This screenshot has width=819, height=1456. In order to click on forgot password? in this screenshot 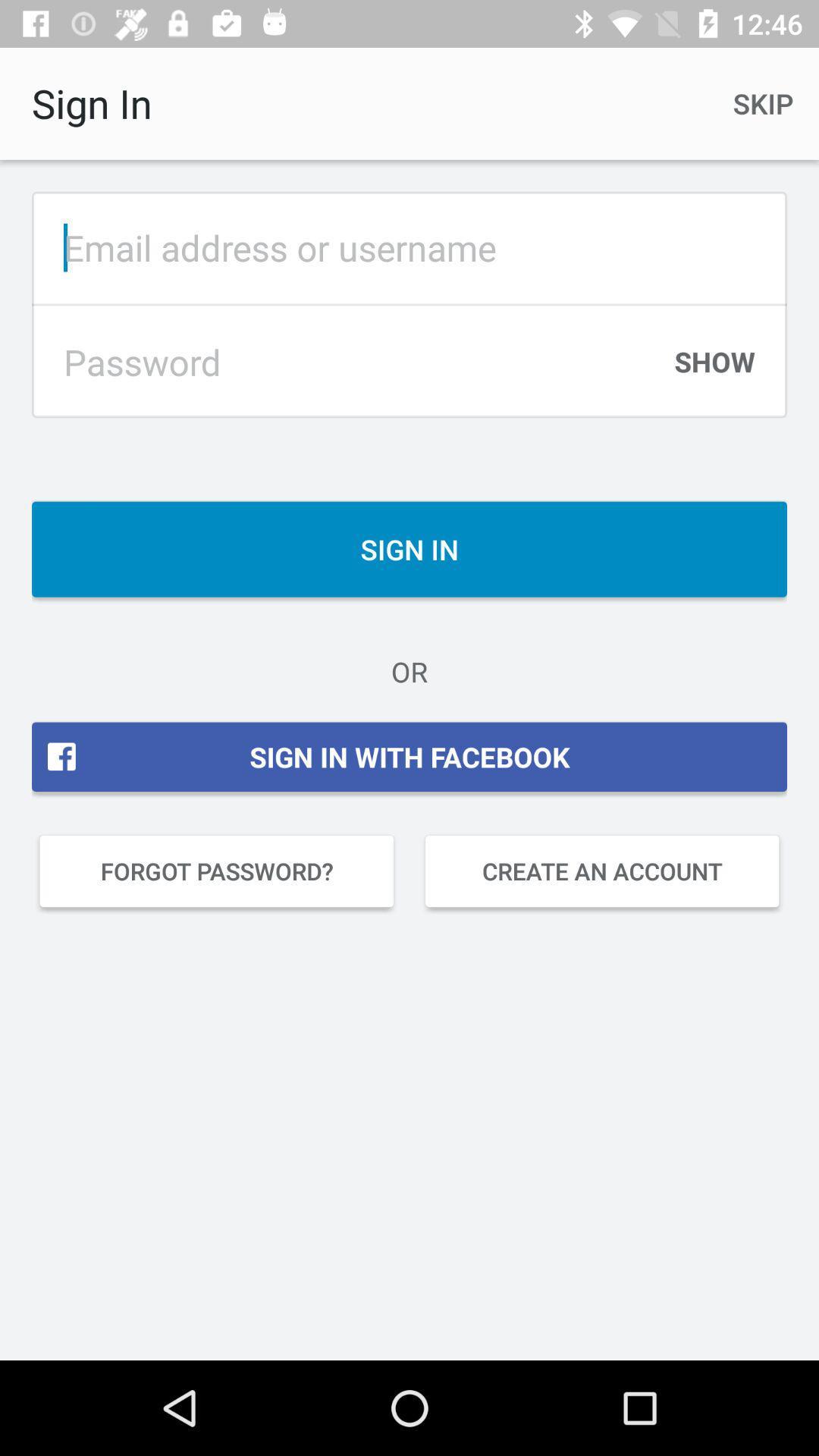, I will do `click(216, 871)`.